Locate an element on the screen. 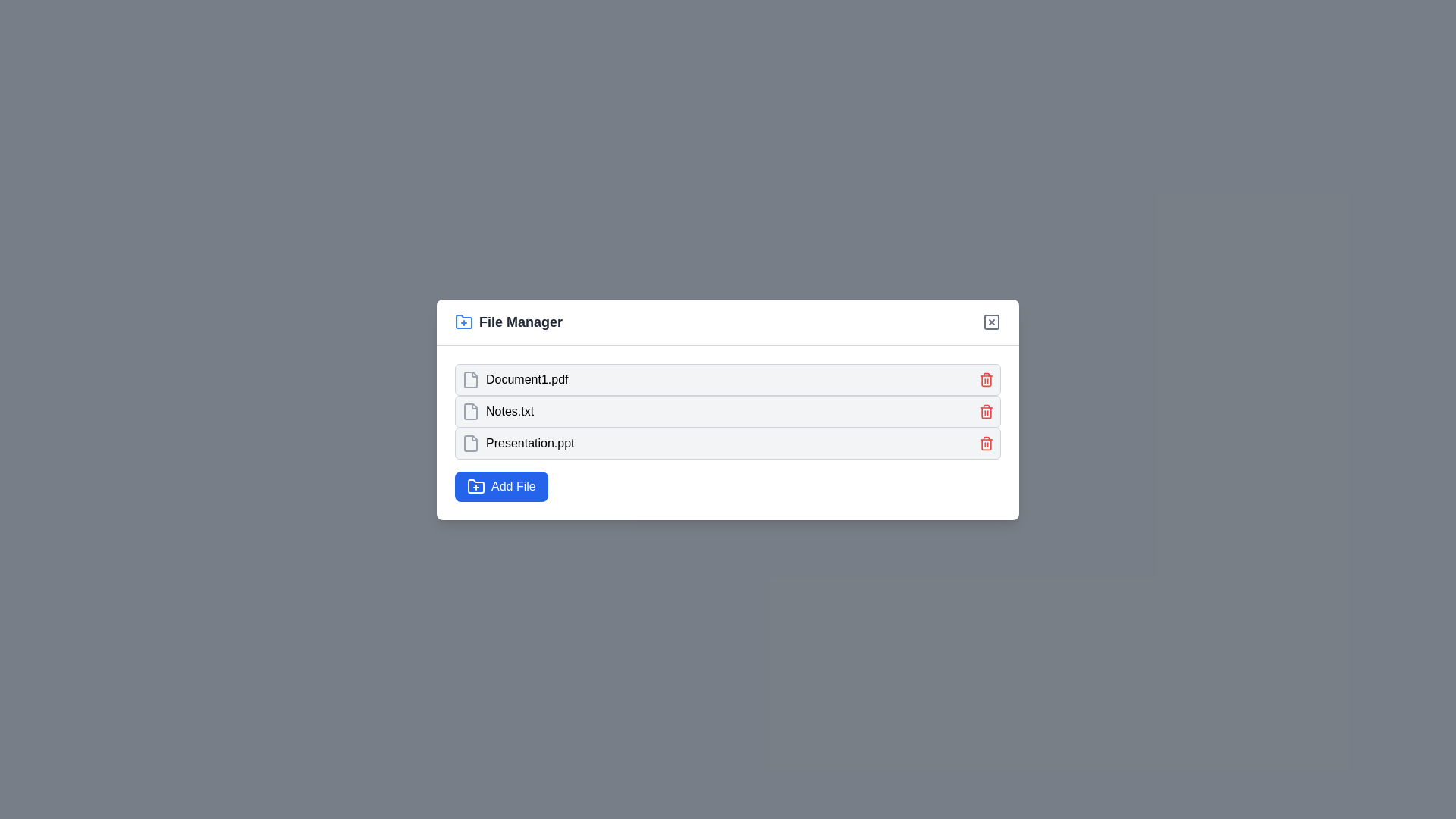 The image size is (1456, 819). the close icon button located at the right side of the 'File Manager' header is located at coordinates (992, 321).